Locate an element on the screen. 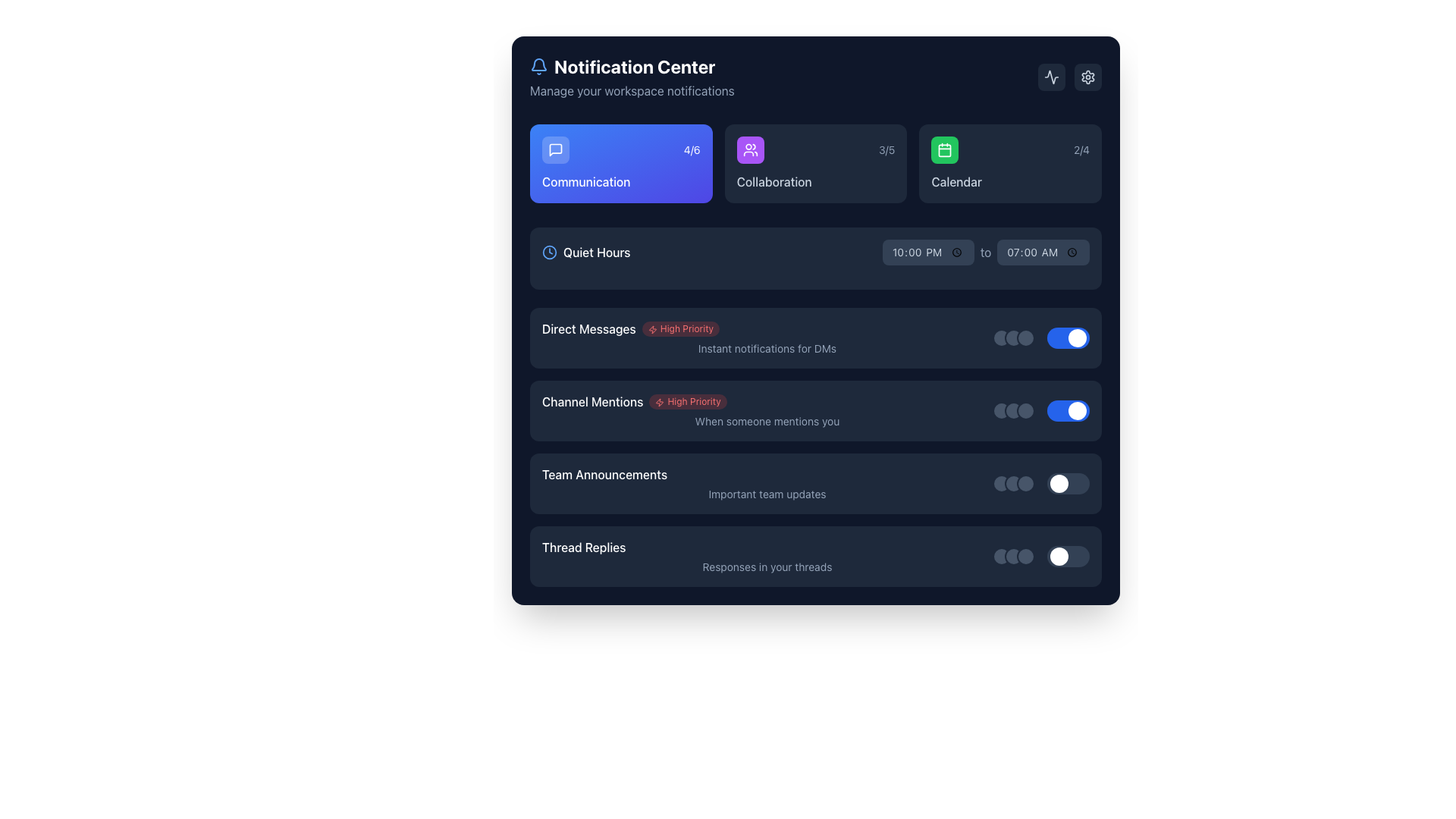 The height and width of the screenshot is (819, 1456). the text label displaying 'Team Announcements' is located at coordinates (604, 473).